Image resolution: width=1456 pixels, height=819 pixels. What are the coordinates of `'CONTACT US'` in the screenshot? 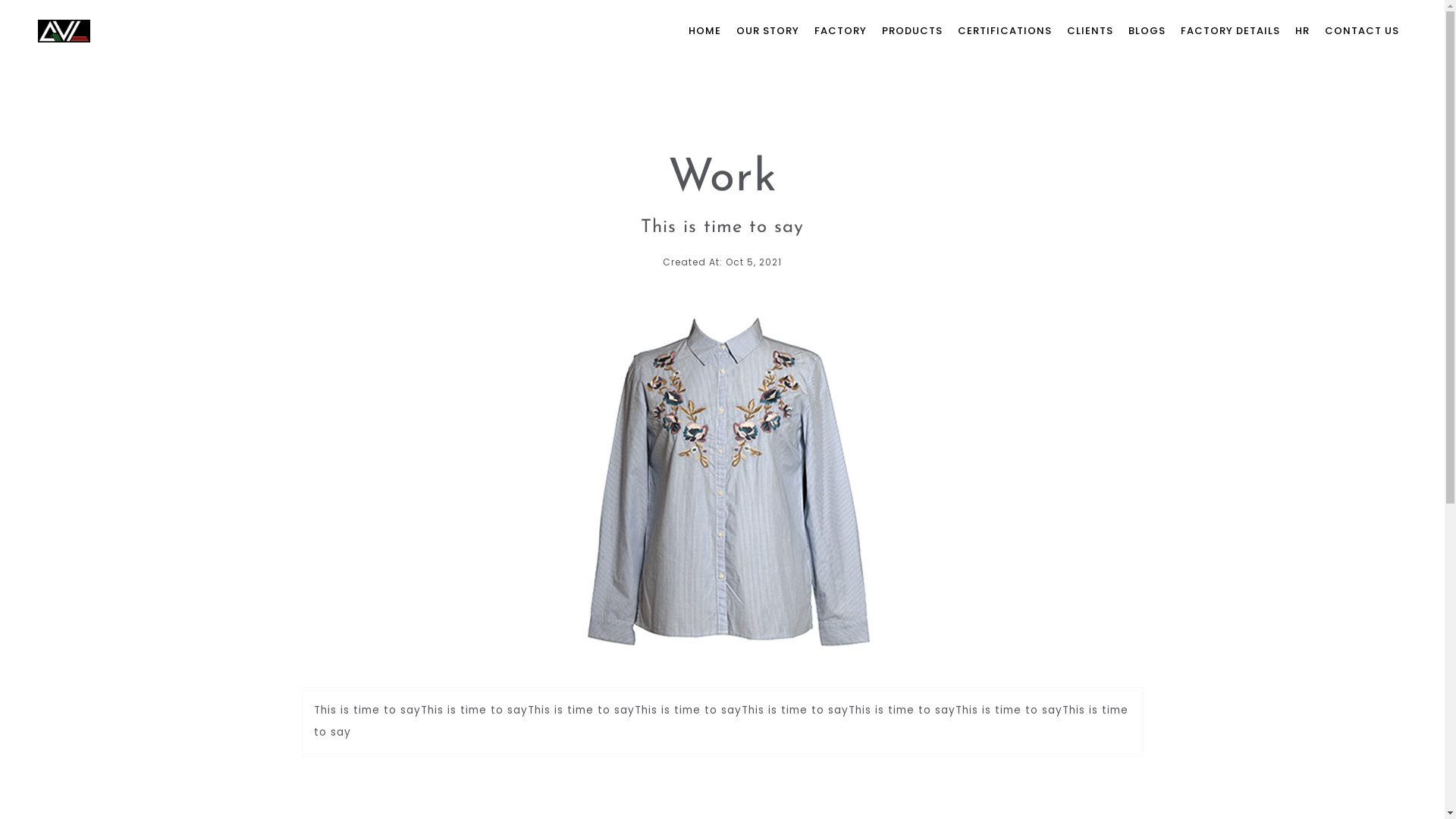 It's located at (1316, 30).